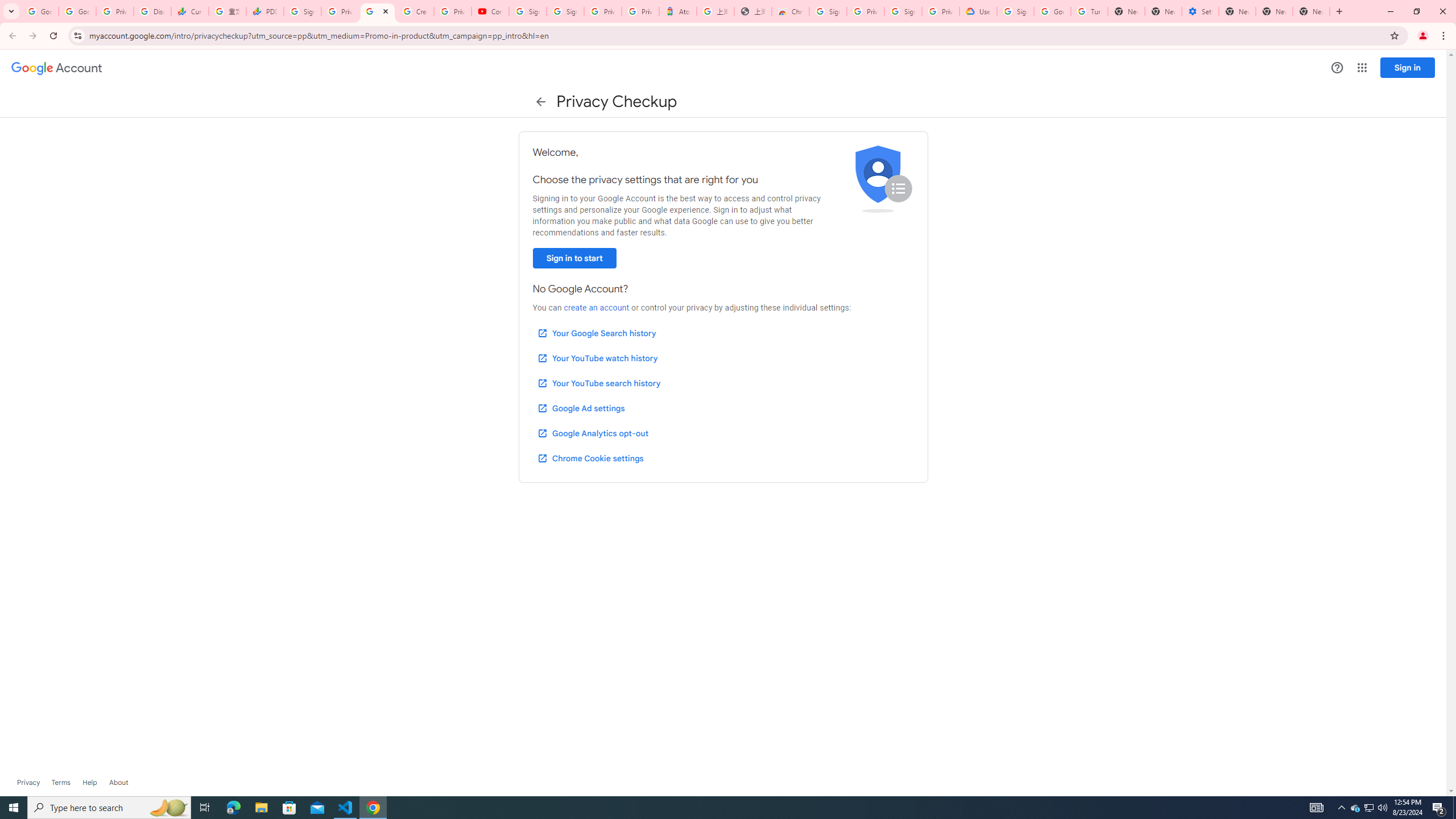 Image resolution: width=1456 pixels, height=819 pixels. Describe the element at coordinates (677, 11) in the screenshot. I see `'Atour Hotel - Google hotels'` at that location.